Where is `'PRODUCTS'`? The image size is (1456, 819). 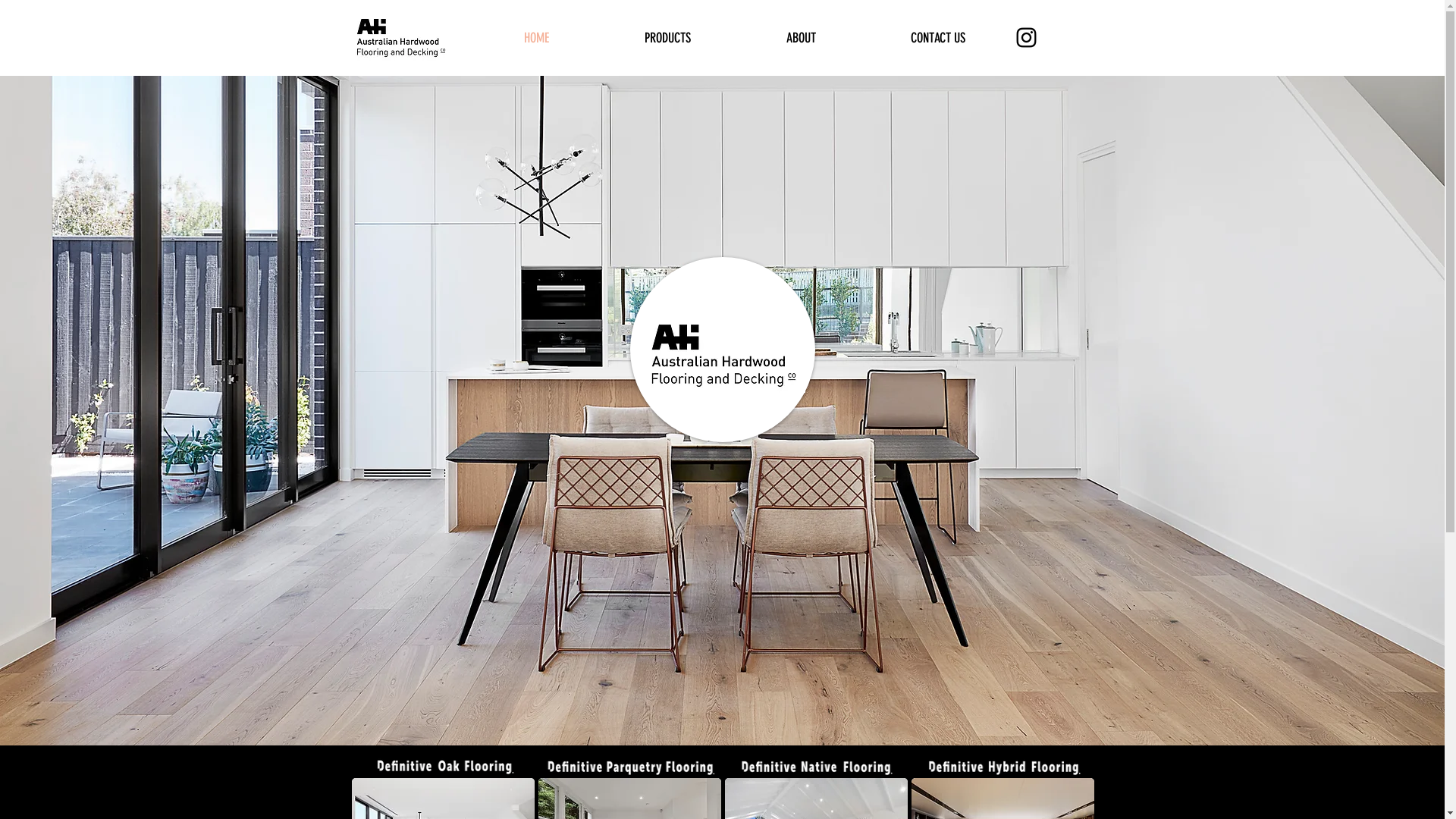
'PRODUCTS' is located at coordinates (667, 37).